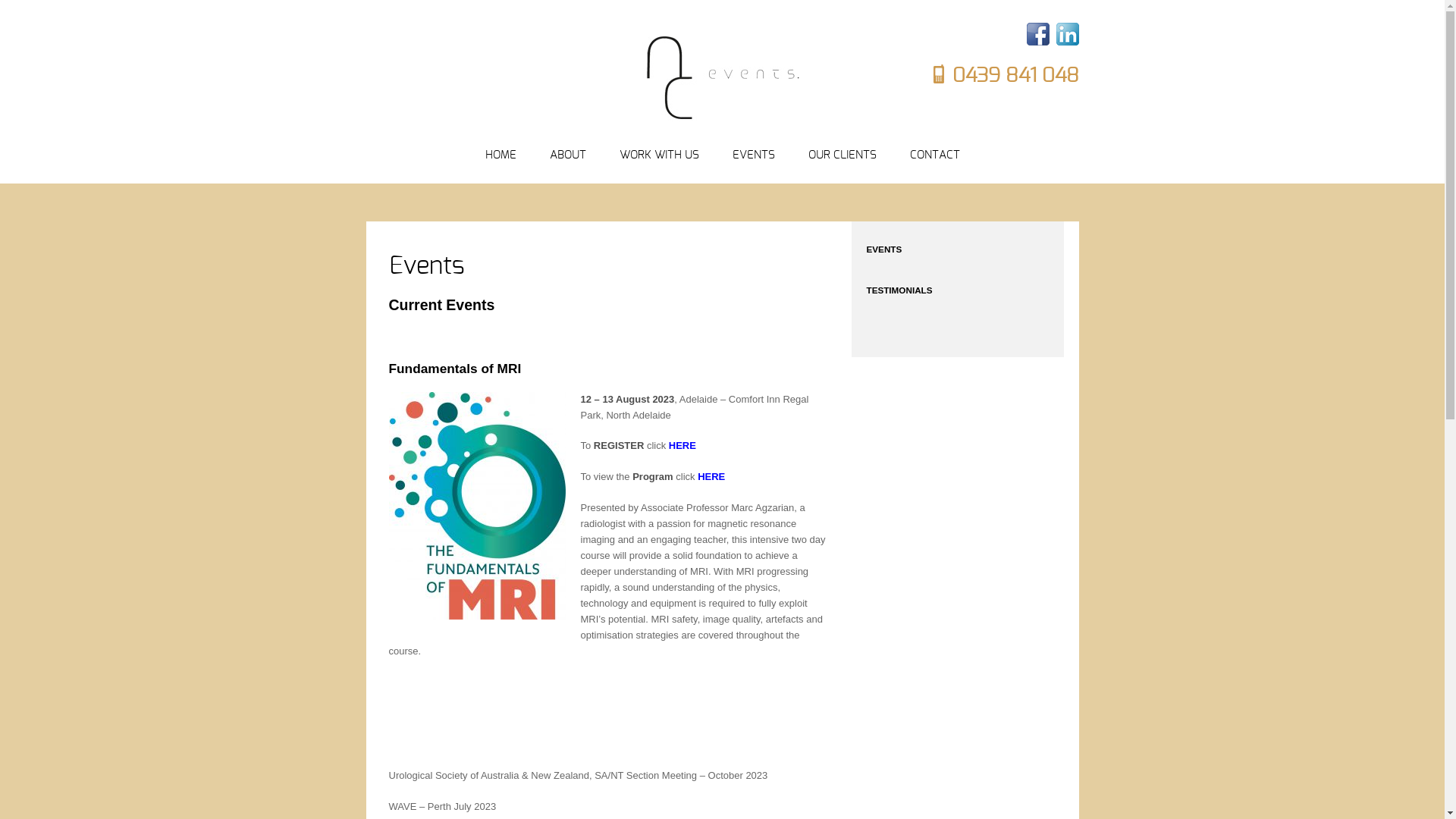 This screenshot has width=1456, height=819. Describe the element at coordinates (682, 444) in the screenshot. I see `'HERE'` at that location.